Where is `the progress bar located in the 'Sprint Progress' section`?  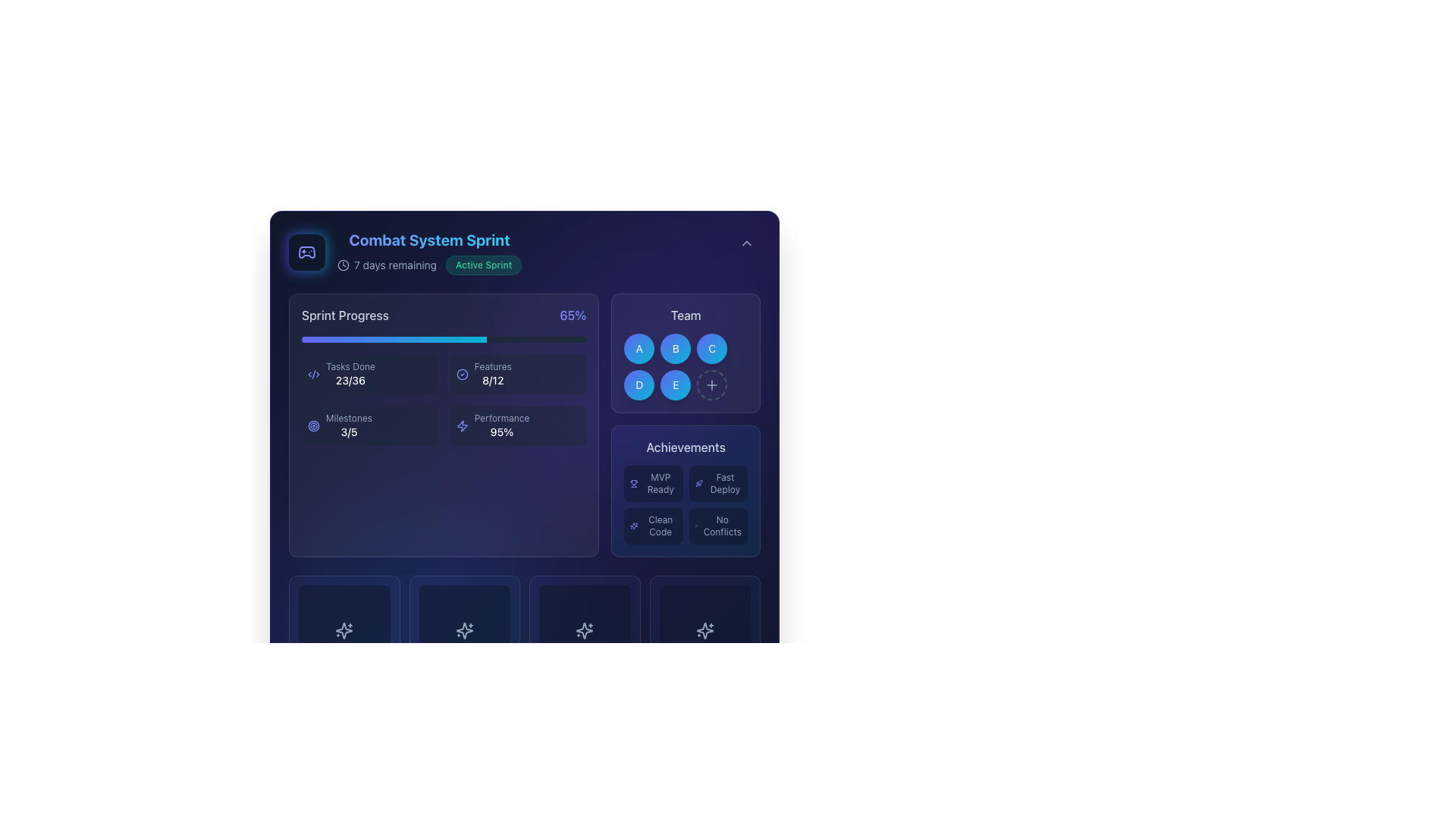 the progress bar located in the 'Sprint Progress' section is located at coordinates (443, 338).